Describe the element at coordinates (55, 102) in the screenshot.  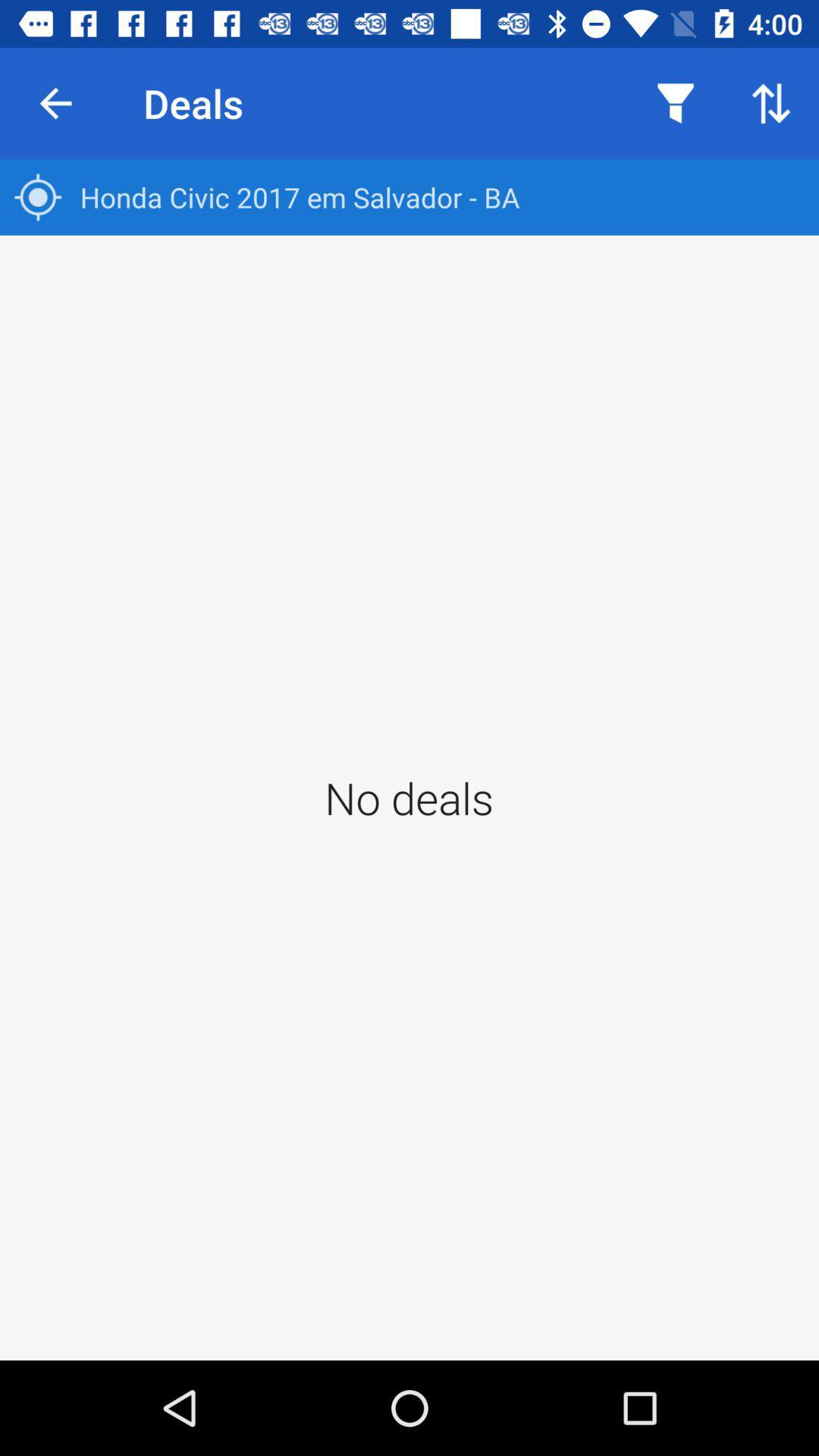
I see `icon above honda civic 2017 icon` at that location.